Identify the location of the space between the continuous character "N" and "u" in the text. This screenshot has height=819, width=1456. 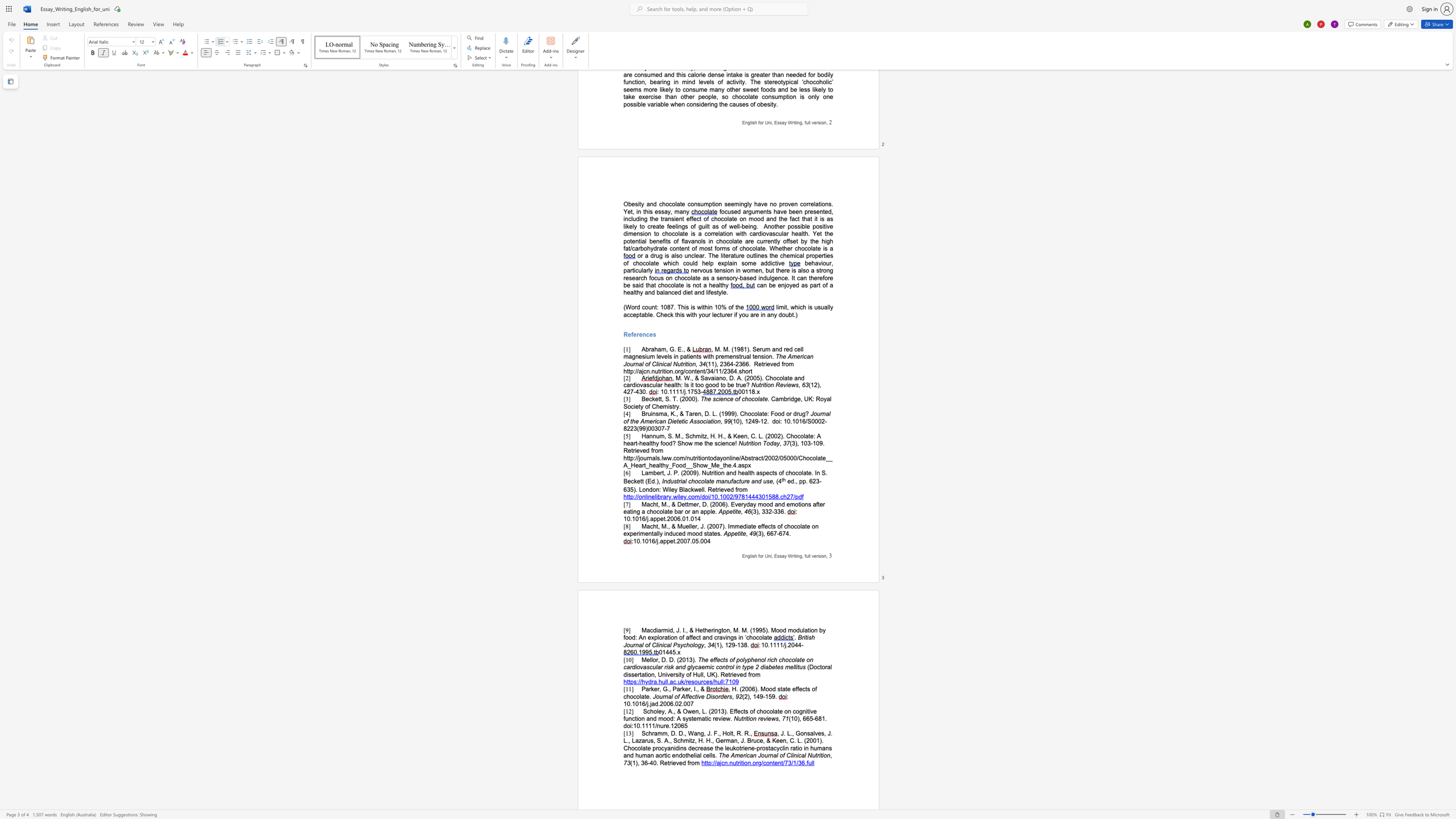
(738, 718).